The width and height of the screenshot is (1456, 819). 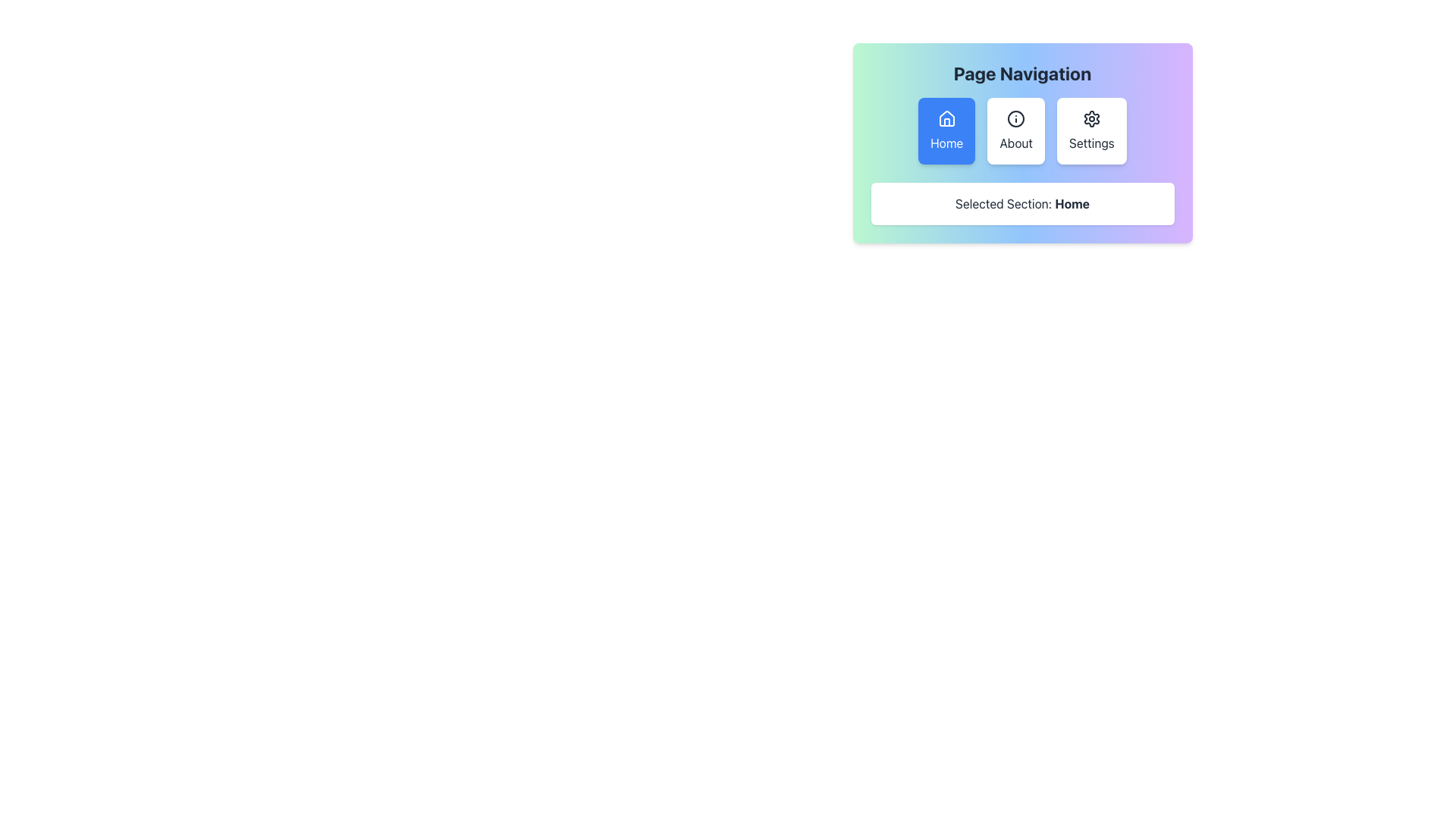 What do you see at coordinates (1016, 118) in the screenshot?
I see `the graphical icon component that serves as an 'information' icon located in the navigation panel, positioned near the top-center of the 'About' section button` at bounding box center [1016, 118].